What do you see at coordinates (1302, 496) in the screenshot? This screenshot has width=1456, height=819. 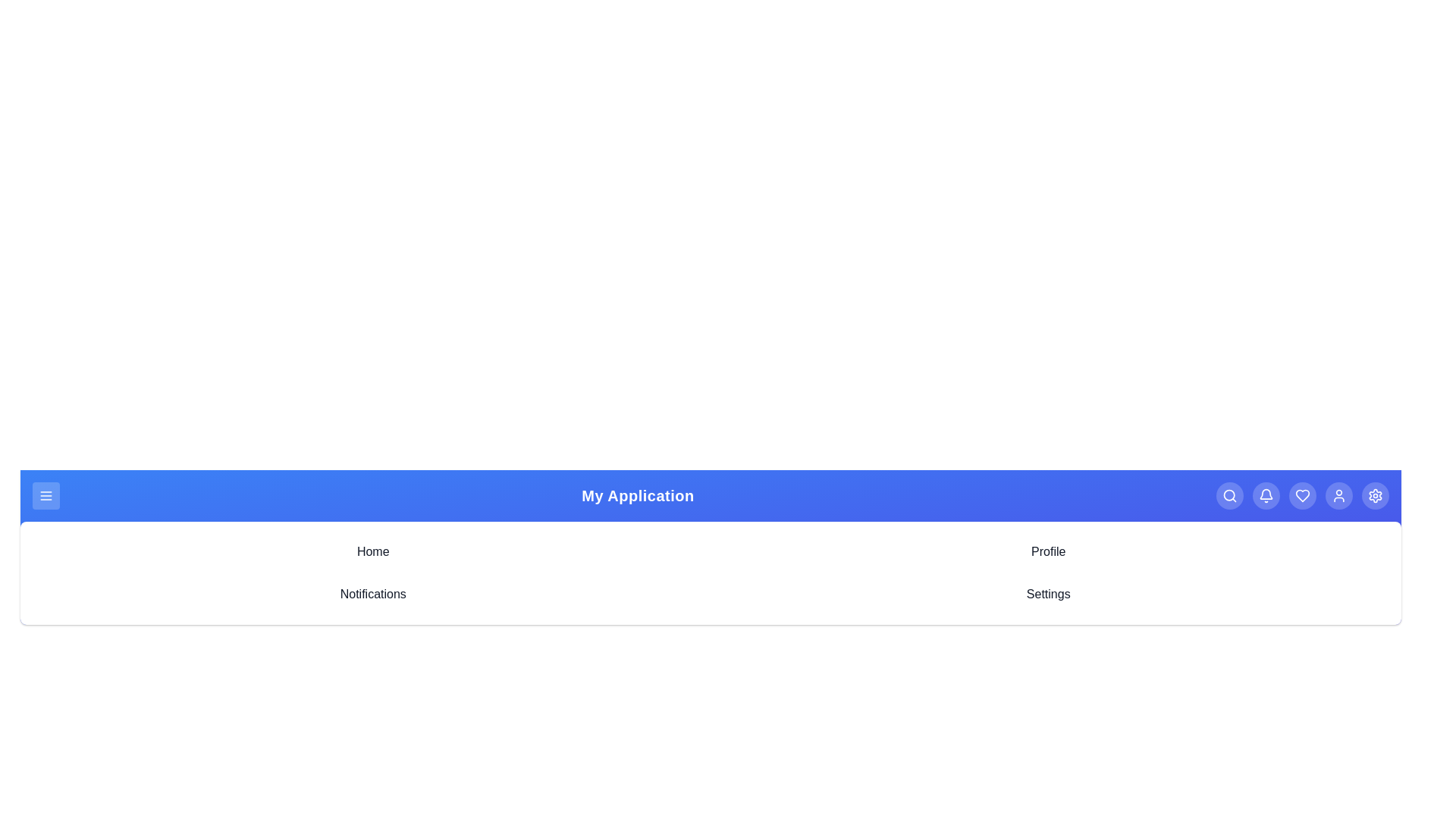 I see `the heart icon to access favorites` at bounding box center [1302, 496].